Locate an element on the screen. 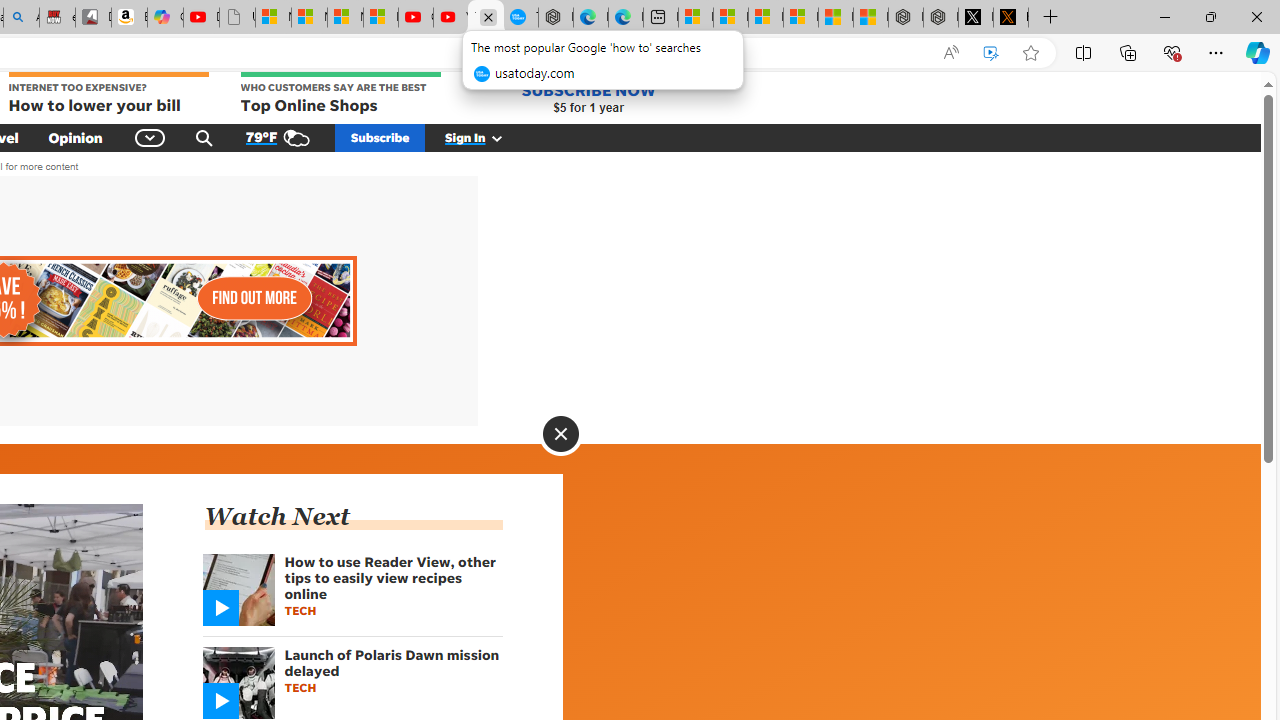 The image size is (1280, 720). 'YouTube Kids - An App Created for Kids to Explore Content' is located at coordinates (450, 17).